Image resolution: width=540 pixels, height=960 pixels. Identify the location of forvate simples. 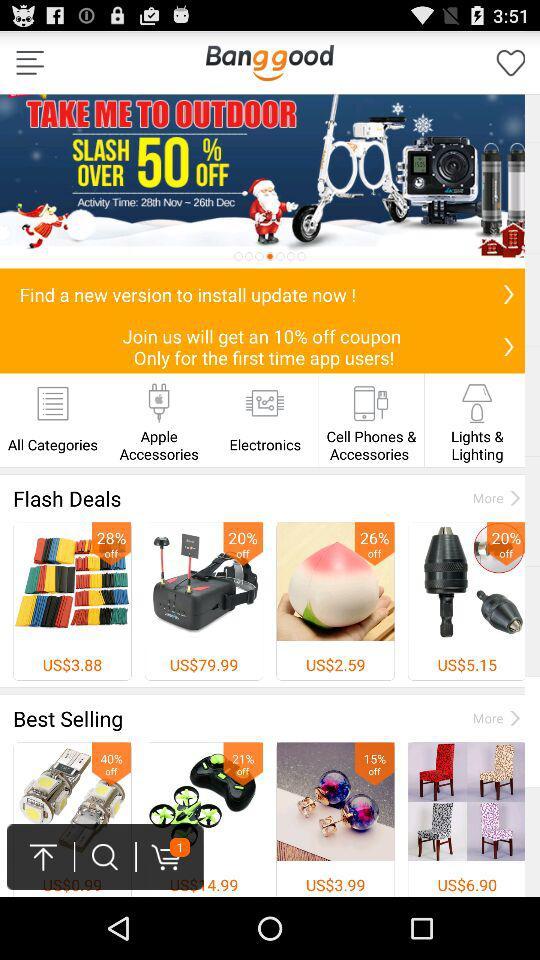
(511, 62).